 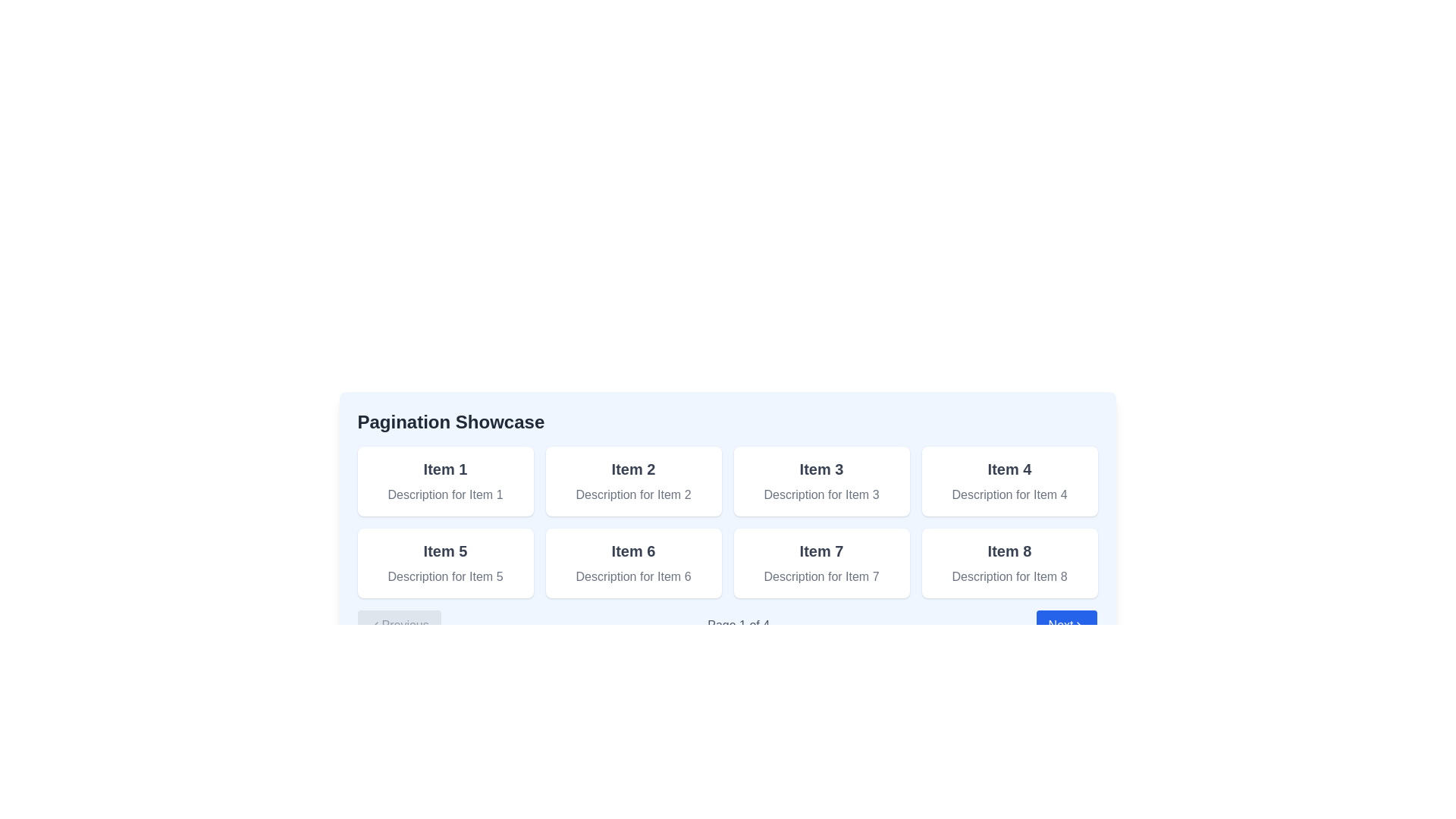 What do you see at coordinates (633, 494) in the screenshot?
I see `the text label that provides additional information for the 'Item 2' card, located at the bottom of the card structure` at bounding box center [633, 494].